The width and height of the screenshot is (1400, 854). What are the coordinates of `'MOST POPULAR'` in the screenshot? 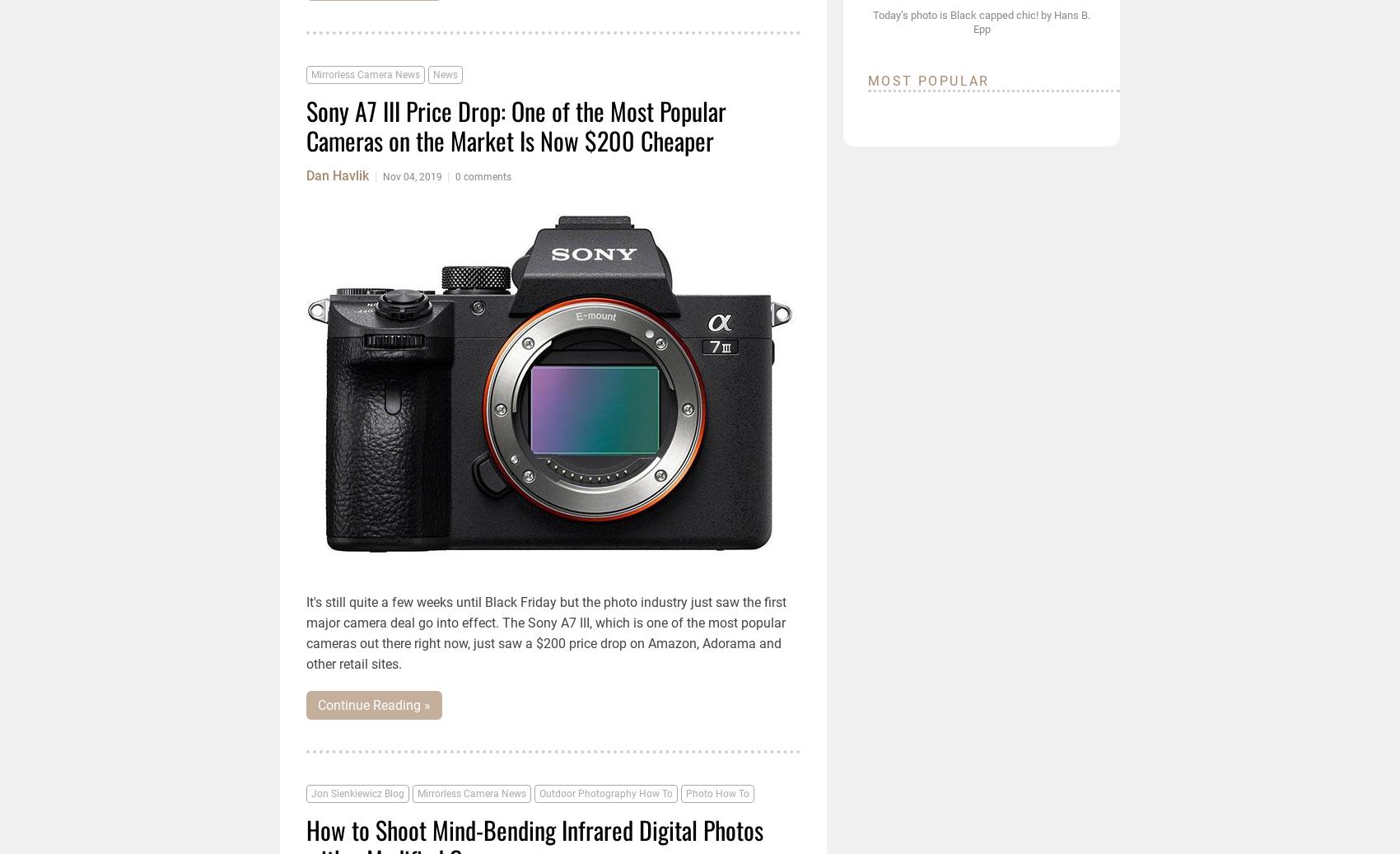 It's located at (928, 80).